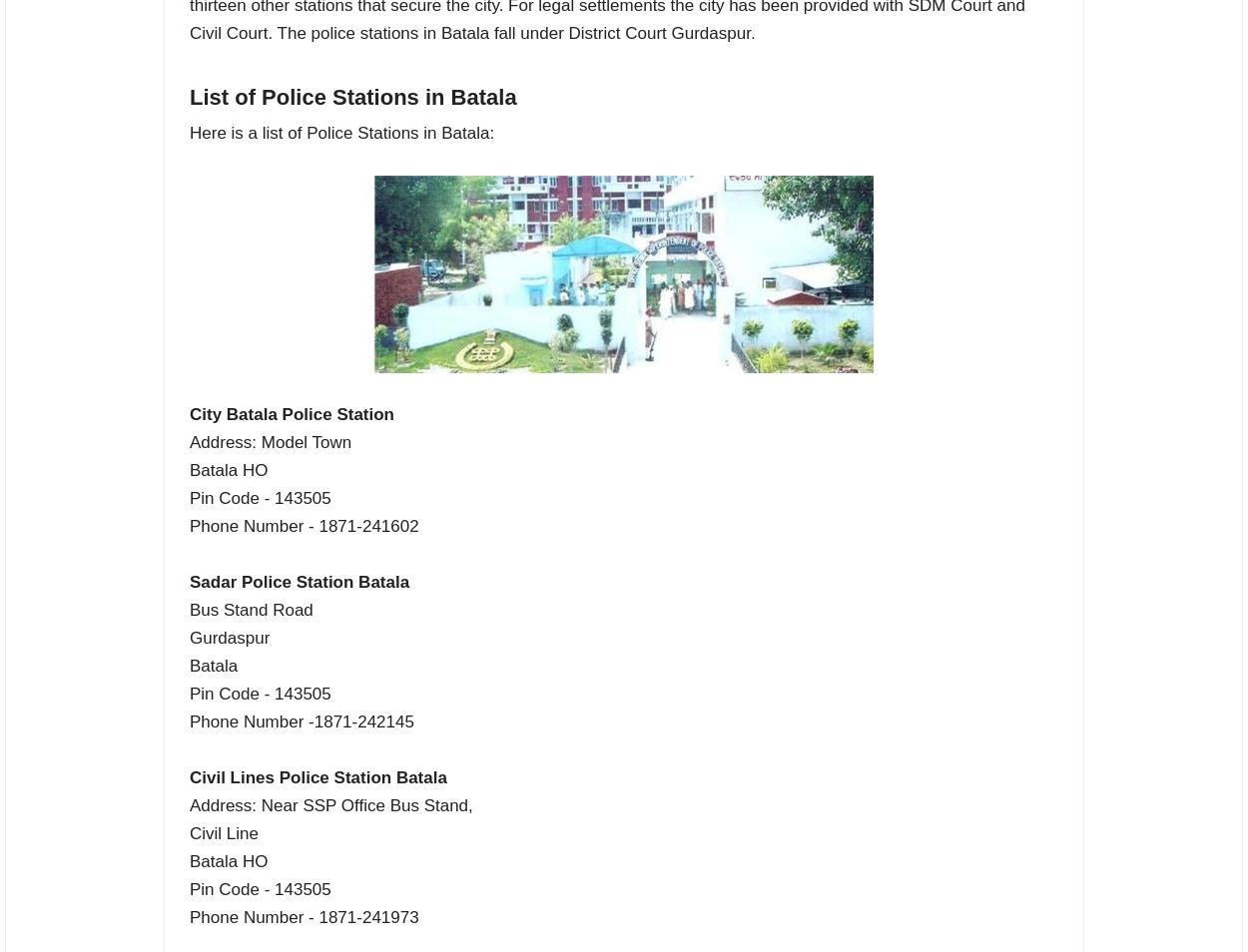  I want to click on 'Sadar Police Station Batala', so click(300, 580).